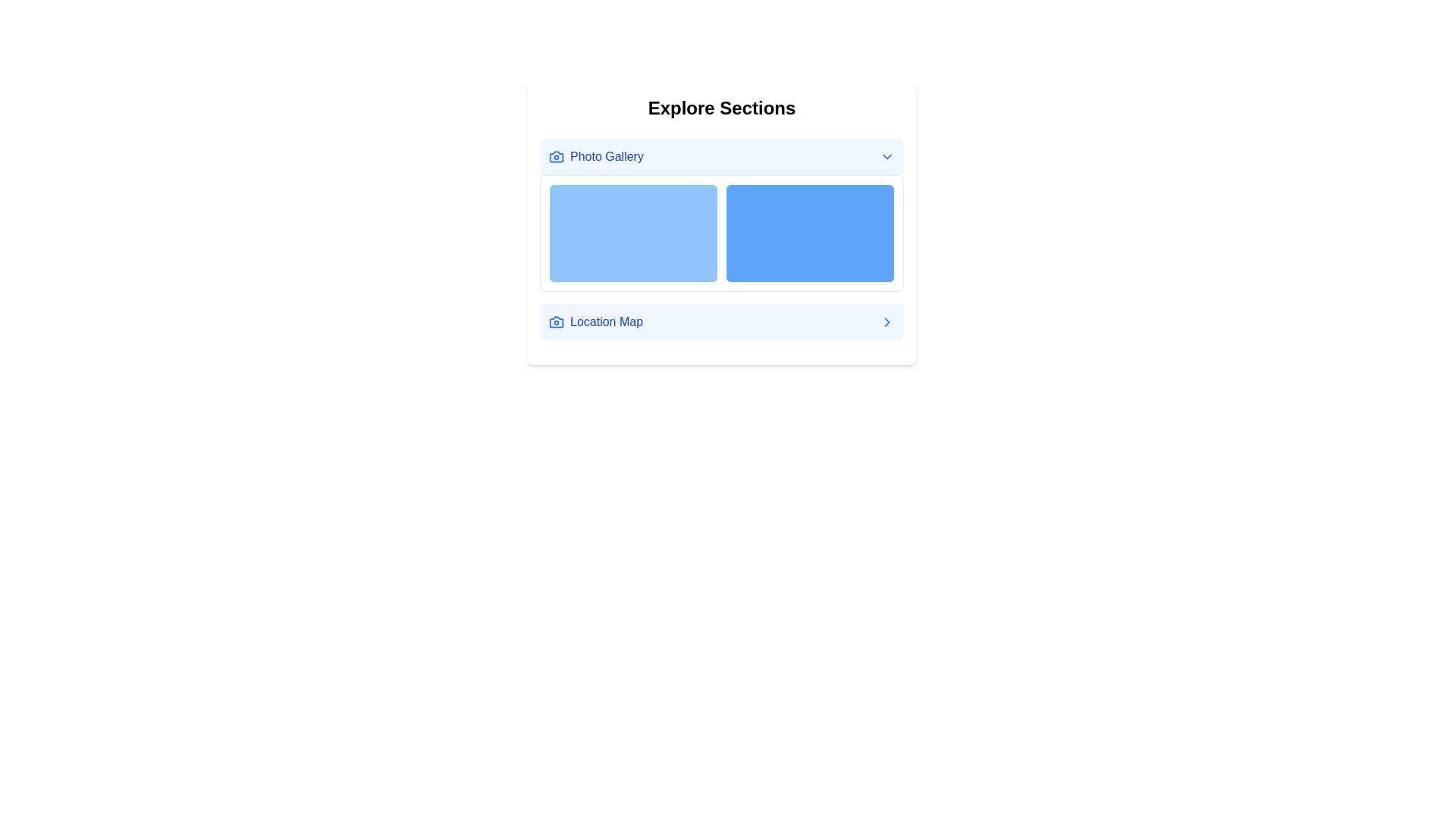  I want to click on the text label that serves as a heading or title for the section, which is positioned centrally at the top of the section, so click(720, 107).